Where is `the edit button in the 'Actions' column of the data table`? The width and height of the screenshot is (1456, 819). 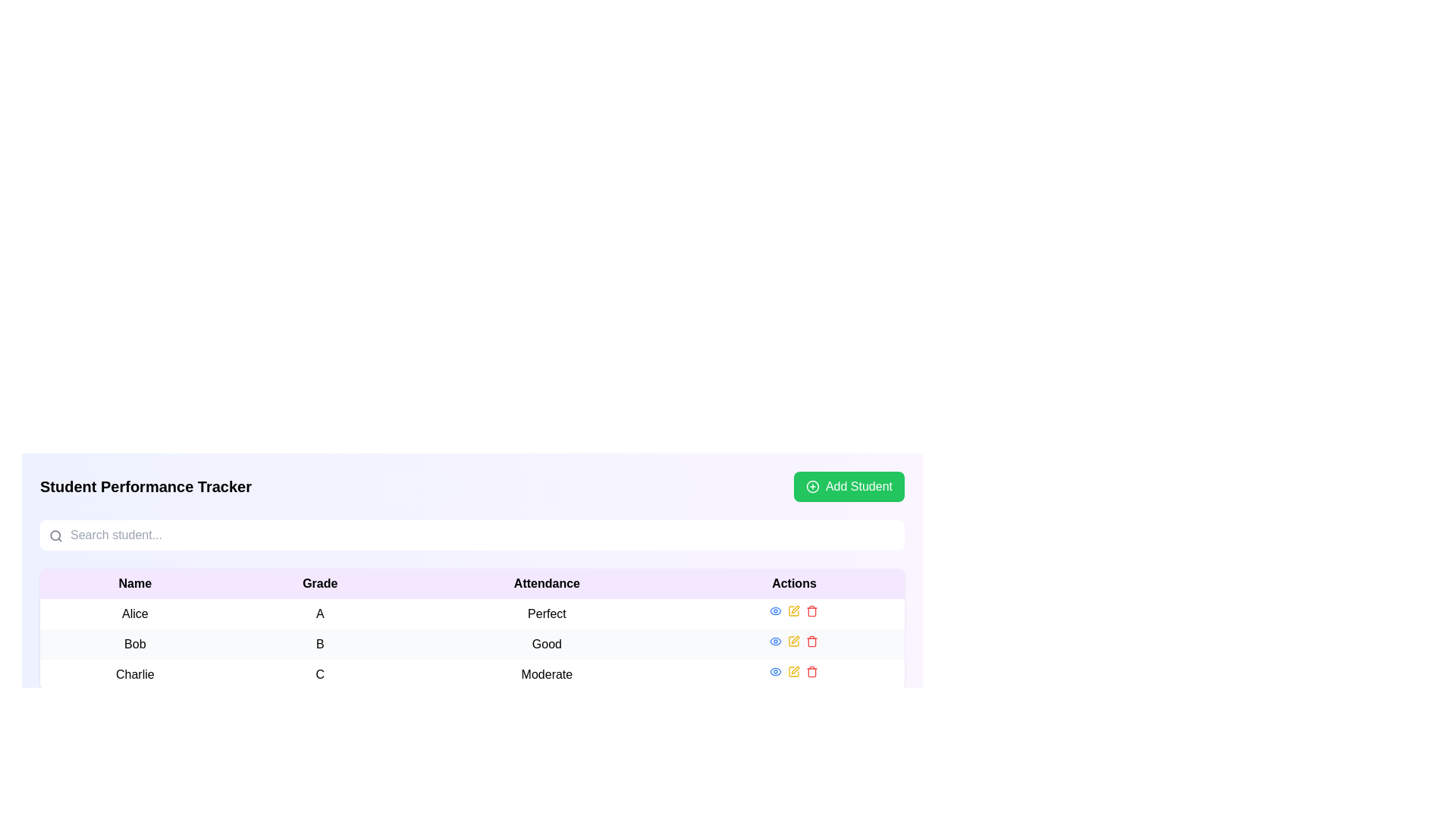 the edit button in the 'Actions' column of the data table is located at coordinates (793, 610).